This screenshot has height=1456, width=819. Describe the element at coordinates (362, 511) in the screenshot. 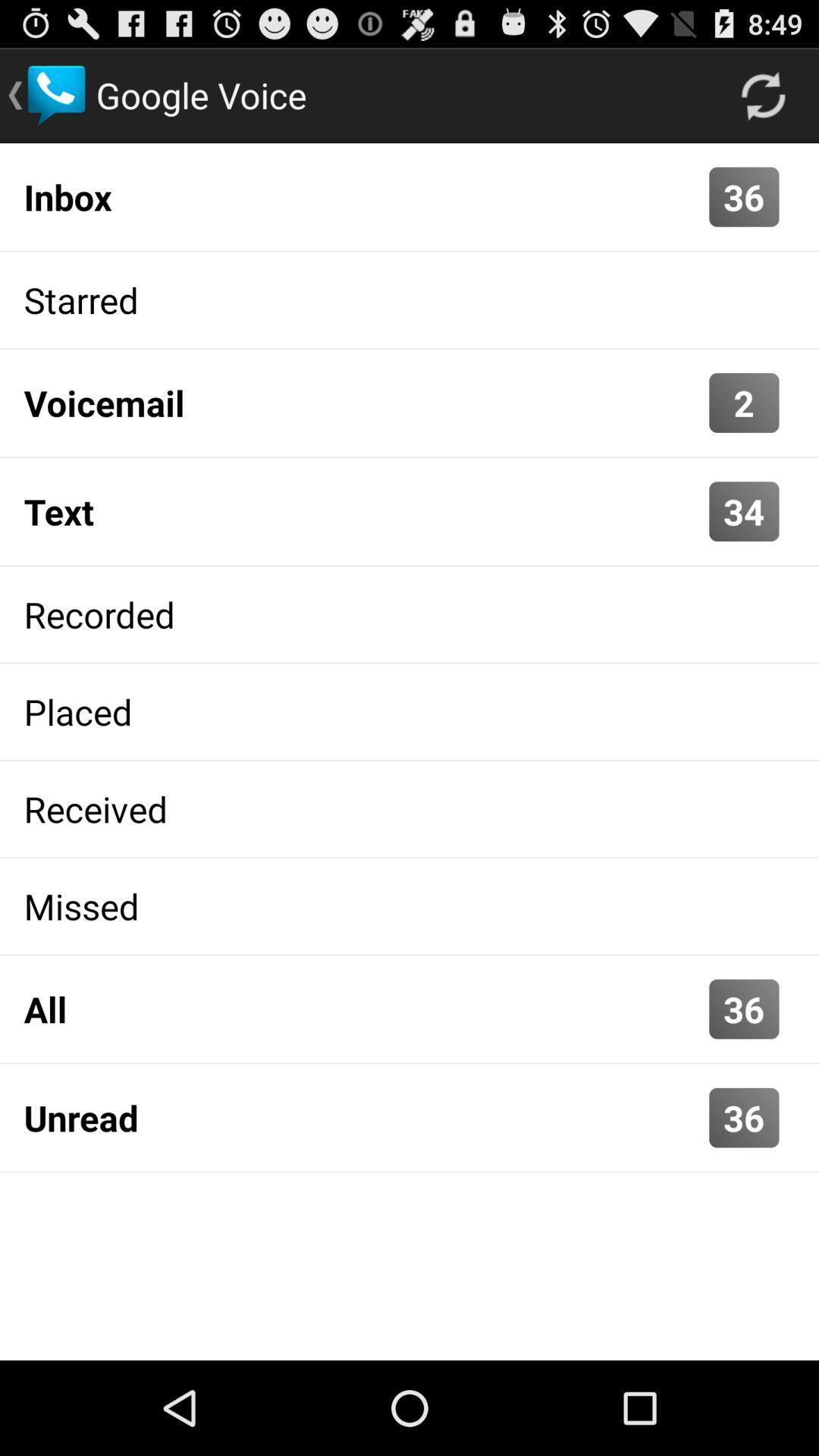

I see `the icon to the left of 34 item` at that location.